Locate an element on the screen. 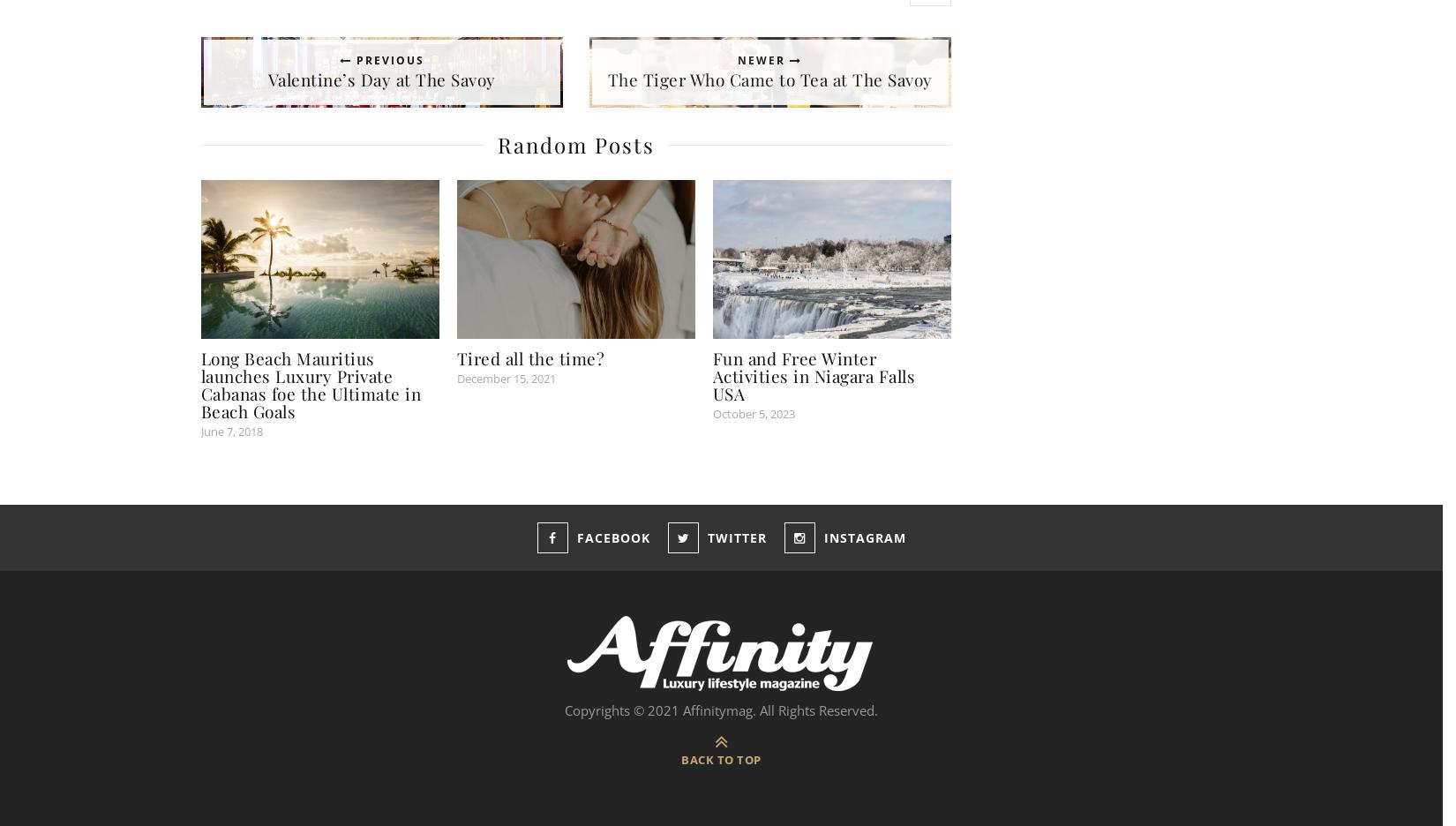  'October 5, 2023' is located at coordinates (753, 413).